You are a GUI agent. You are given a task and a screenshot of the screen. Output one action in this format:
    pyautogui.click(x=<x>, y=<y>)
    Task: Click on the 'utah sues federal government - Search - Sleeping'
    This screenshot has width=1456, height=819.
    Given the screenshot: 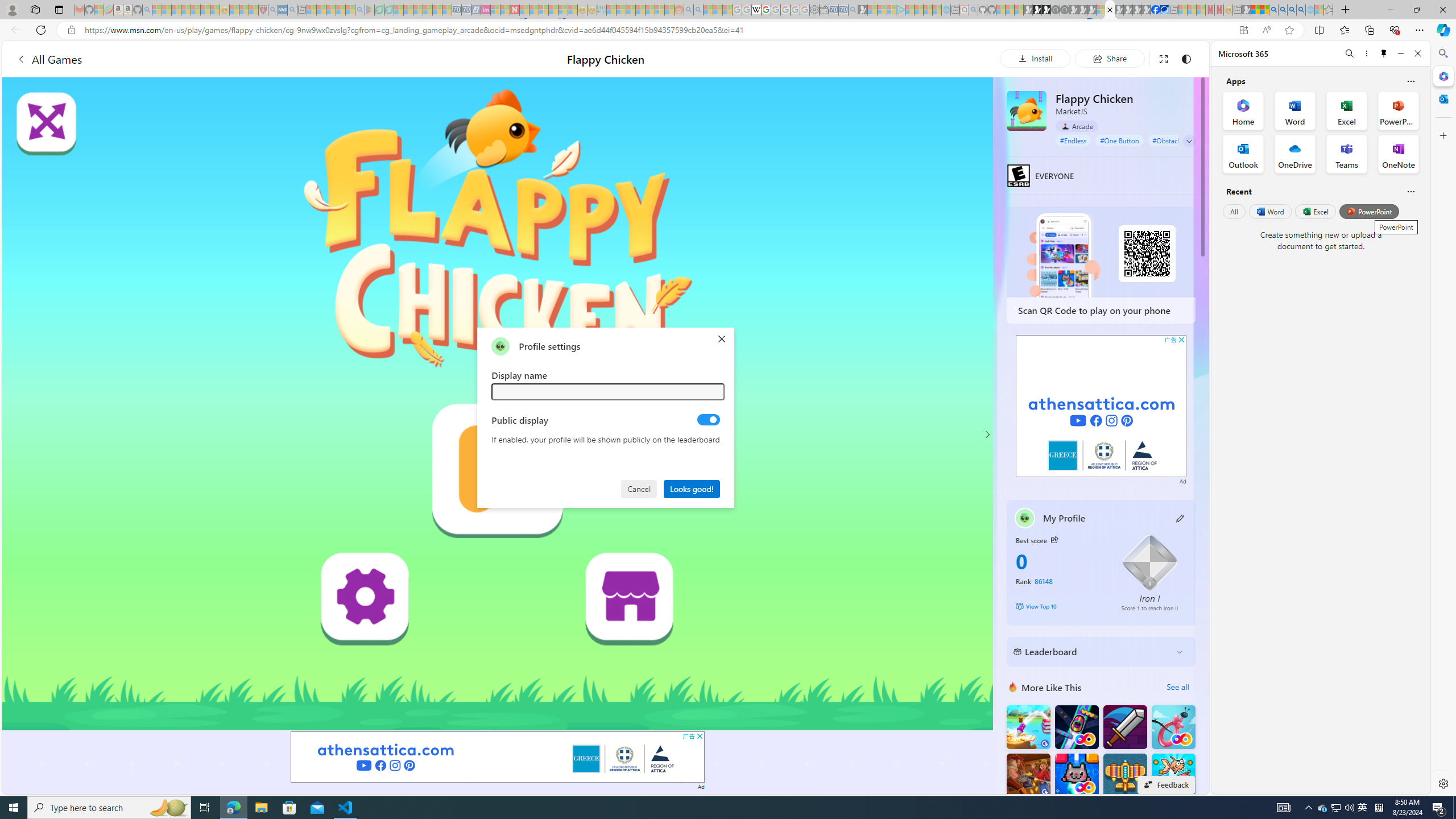 What is the action you would take?
    pyautogui.click(x=292, y=9)
    